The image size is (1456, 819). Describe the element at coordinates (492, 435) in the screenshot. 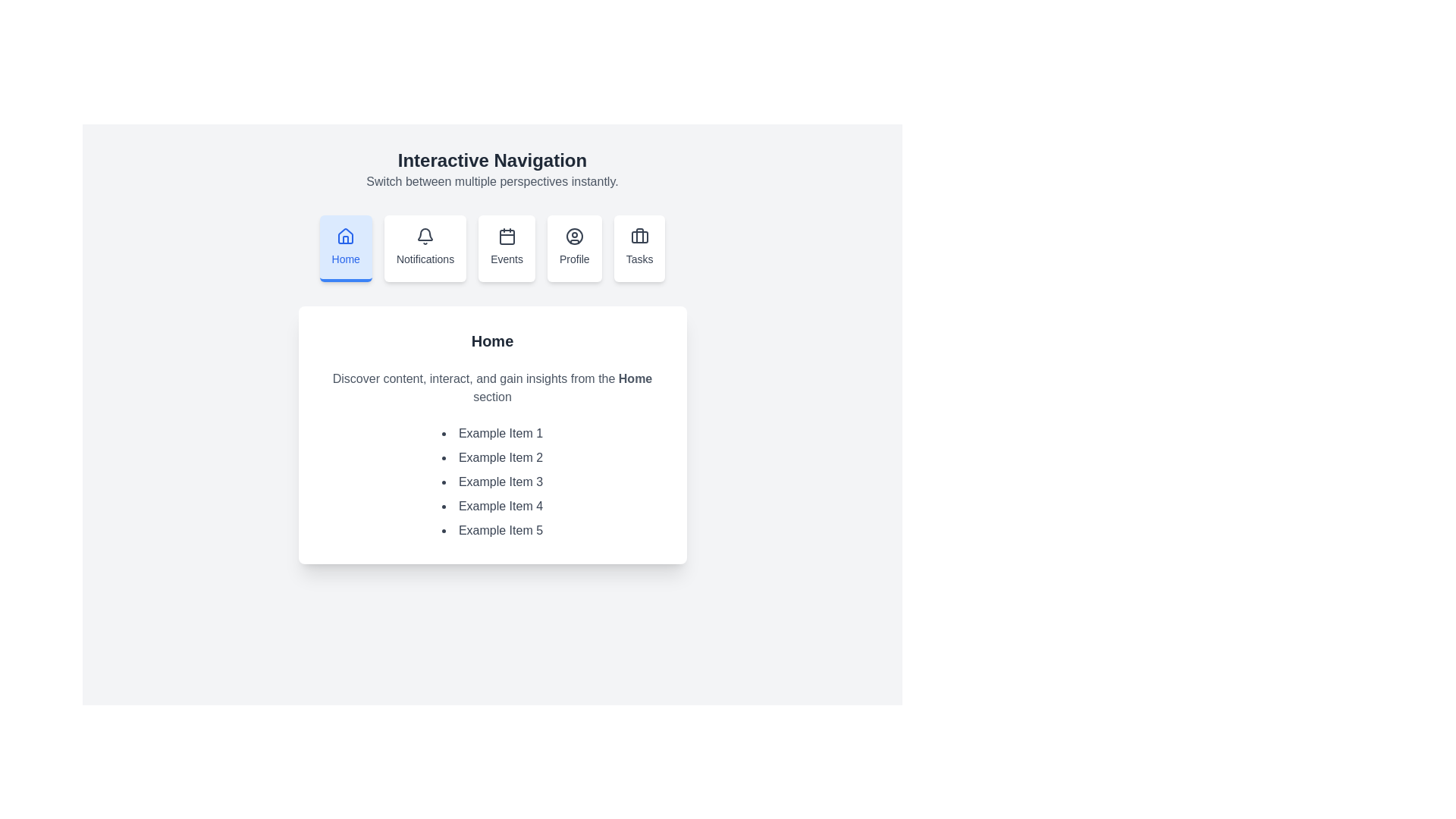

I see `the interactive parts of the Content Section, which includes the heading 'Home' and the items labeled 'Example Item 1' to 'Example Item 5'` at that location.